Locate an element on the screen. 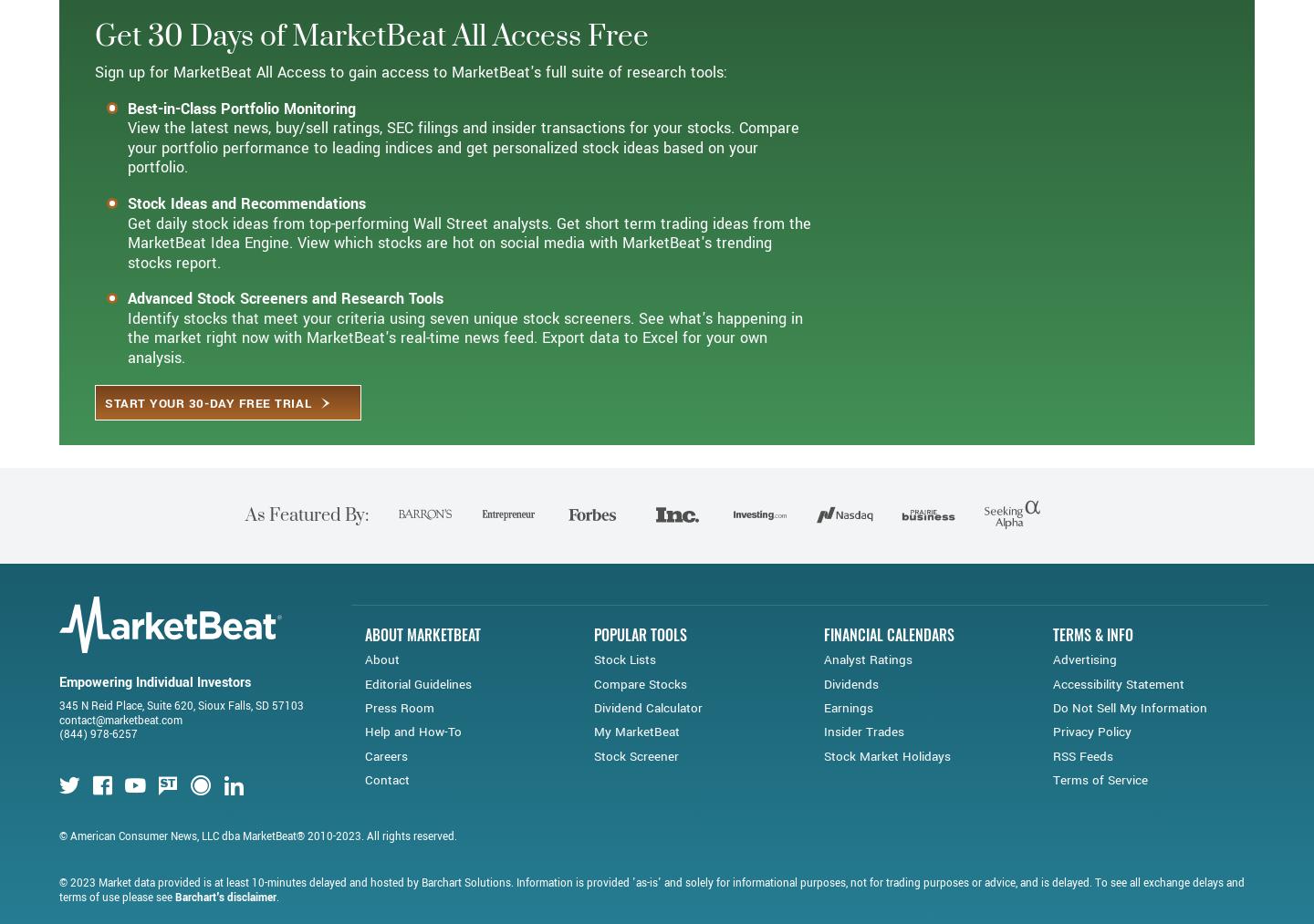  'Get daily stock ideas from top-performing Wall Street analysts. Get short term trading ideas from the MarketBeat Idea Engine. View which stocks are hot on social media with MarketBeat's trending stocks report.' is located at coordinates (468, 308).